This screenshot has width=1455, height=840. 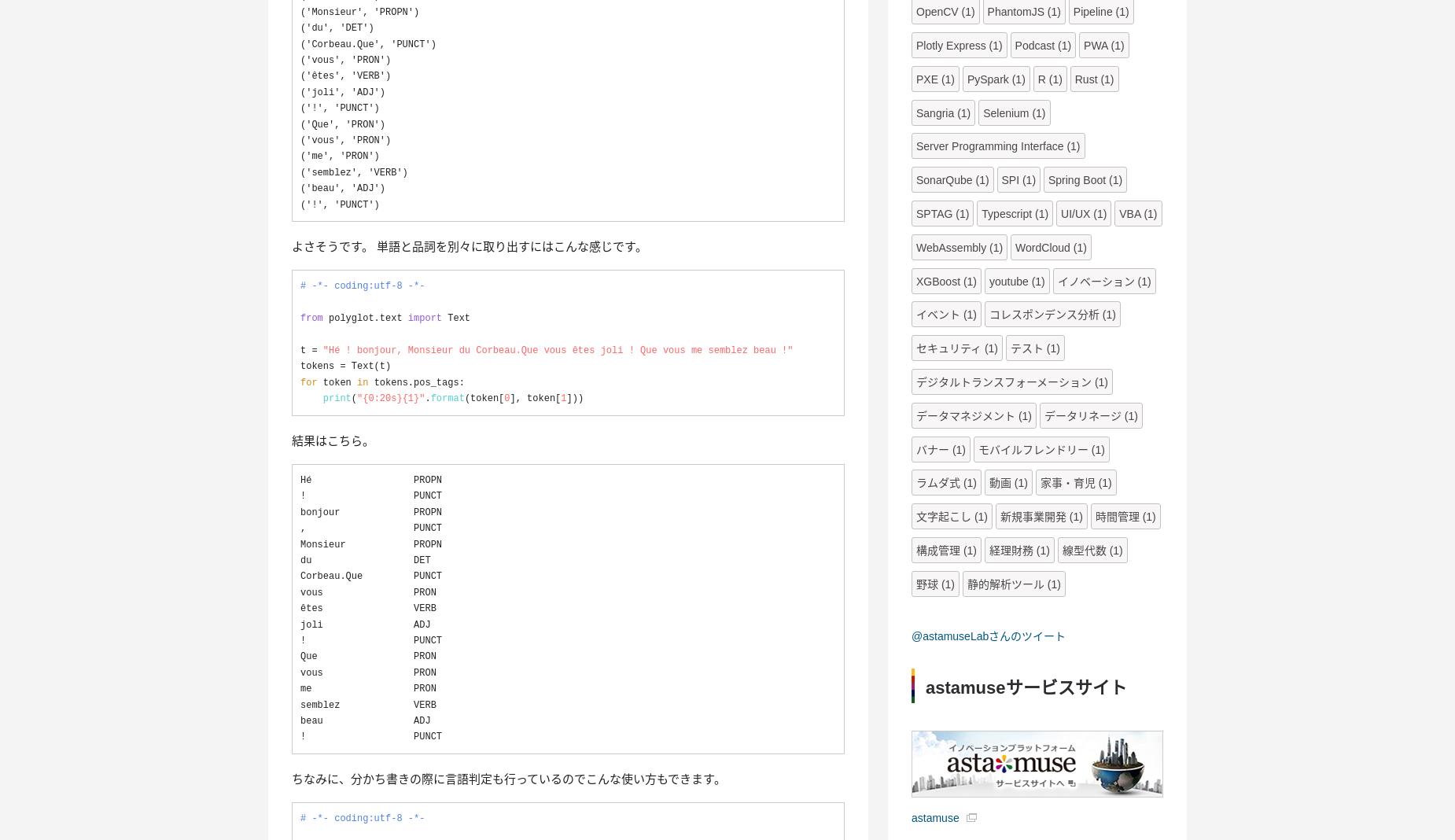 I want to click on ']))', so click(x=574, y=398).